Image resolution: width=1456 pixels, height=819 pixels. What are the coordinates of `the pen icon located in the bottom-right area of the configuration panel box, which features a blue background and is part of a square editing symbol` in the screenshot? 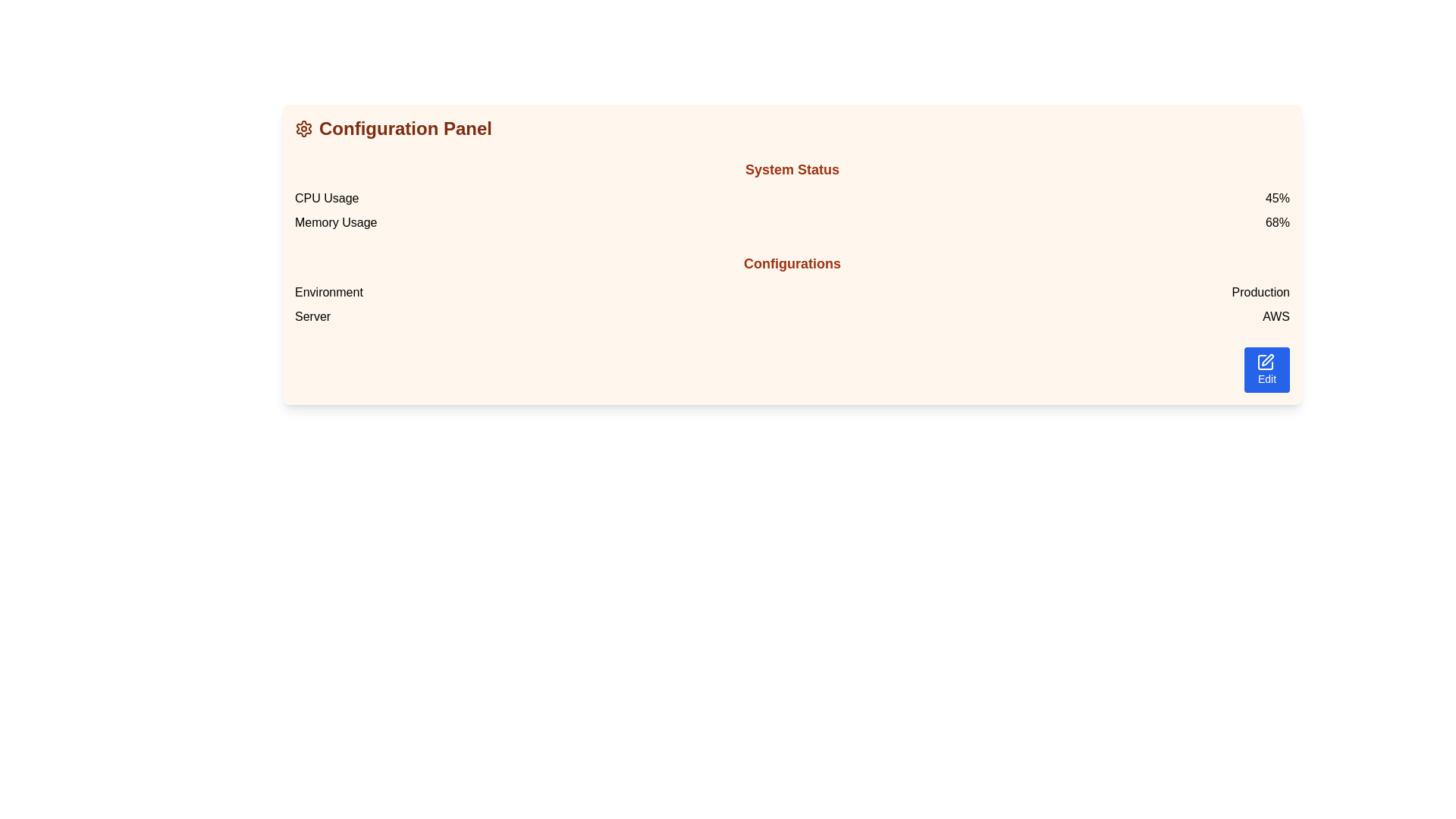 It's located at (1267, 359).